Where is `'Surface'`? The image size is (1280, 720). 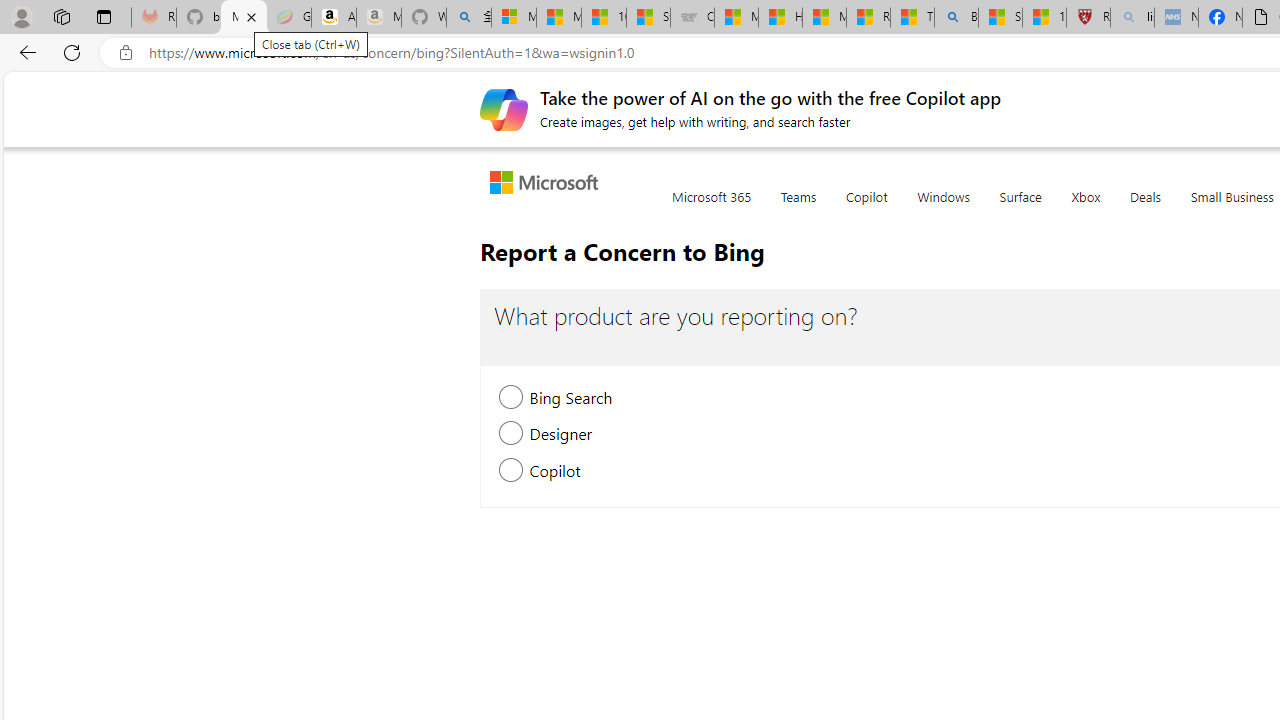
'Surface' is located at coordinates (1020, 208).